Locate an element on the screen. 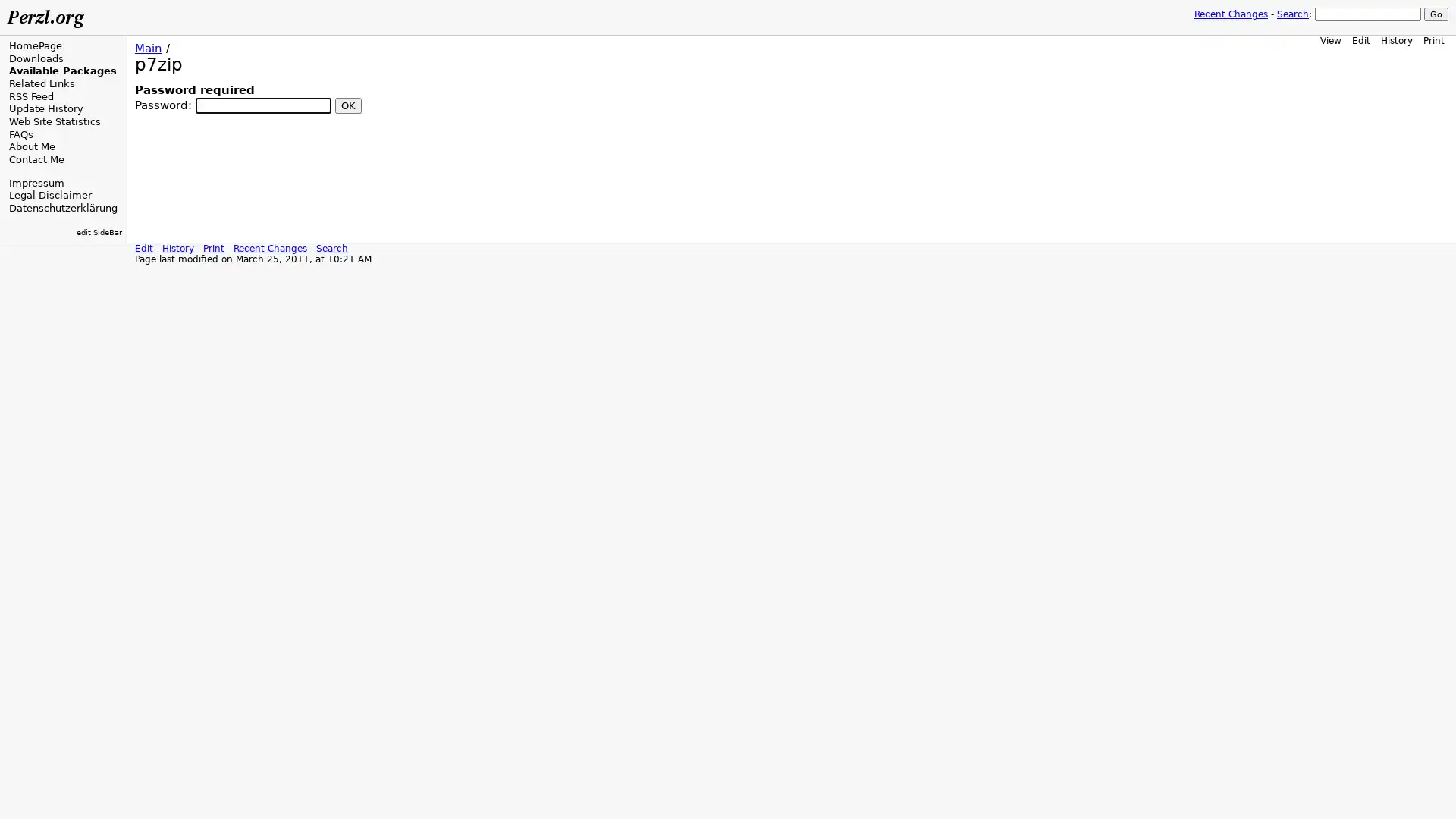  Go is located at coordinates (1436, 14).